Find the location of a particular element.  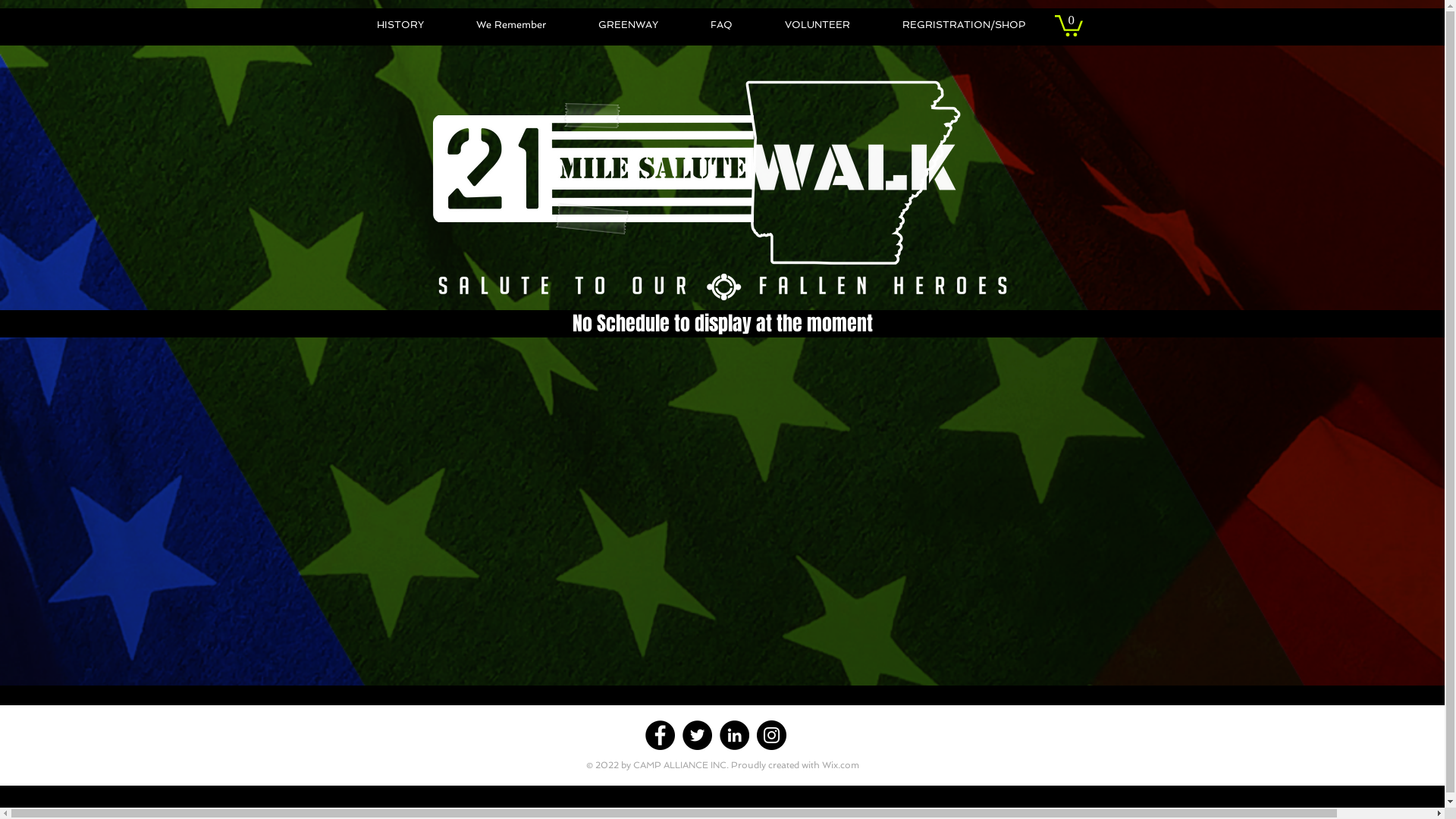

'FAQ' is located at coordinates (683, 25).